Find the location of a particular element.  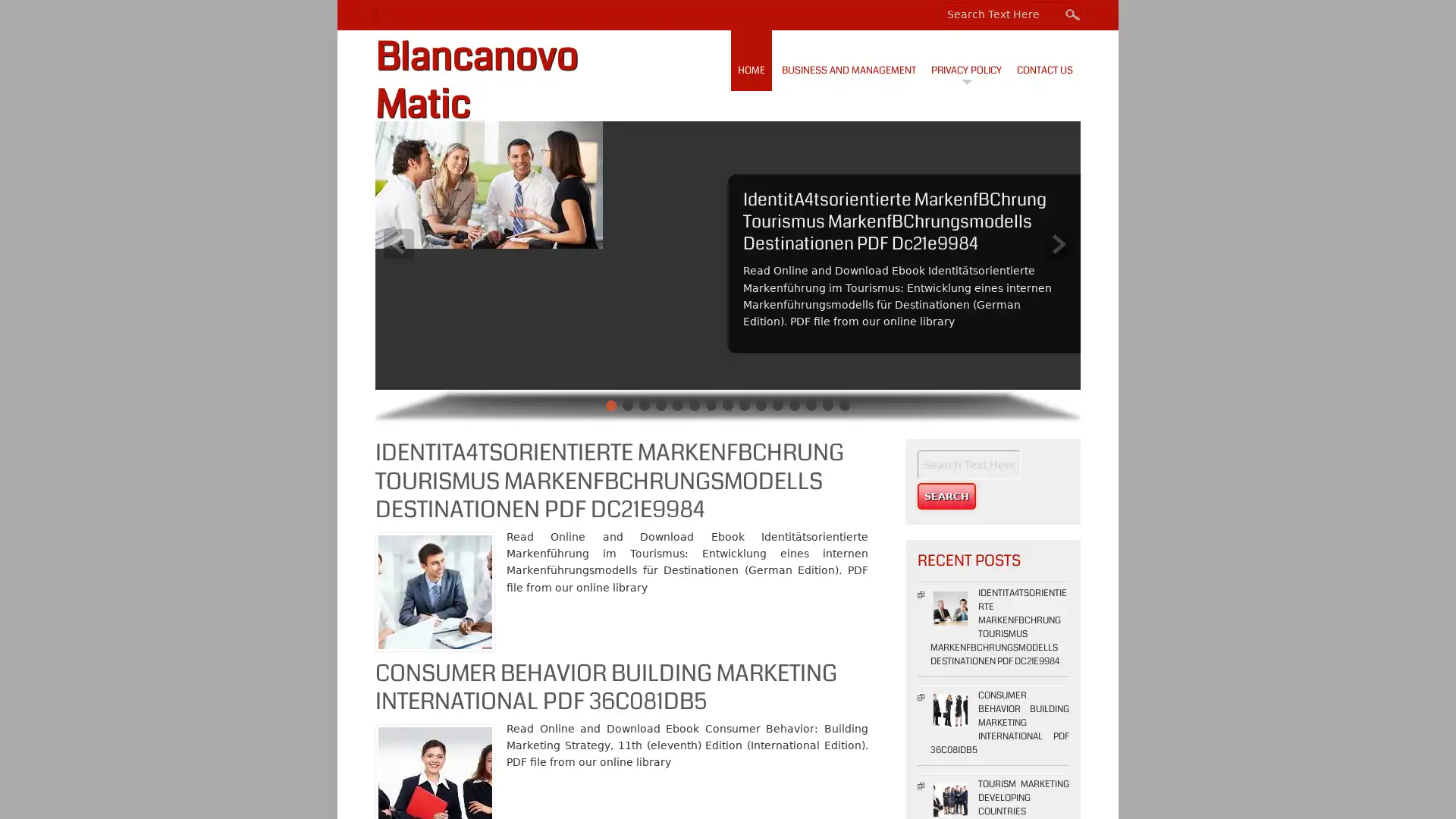

Search is located at coordinates (946, 496).